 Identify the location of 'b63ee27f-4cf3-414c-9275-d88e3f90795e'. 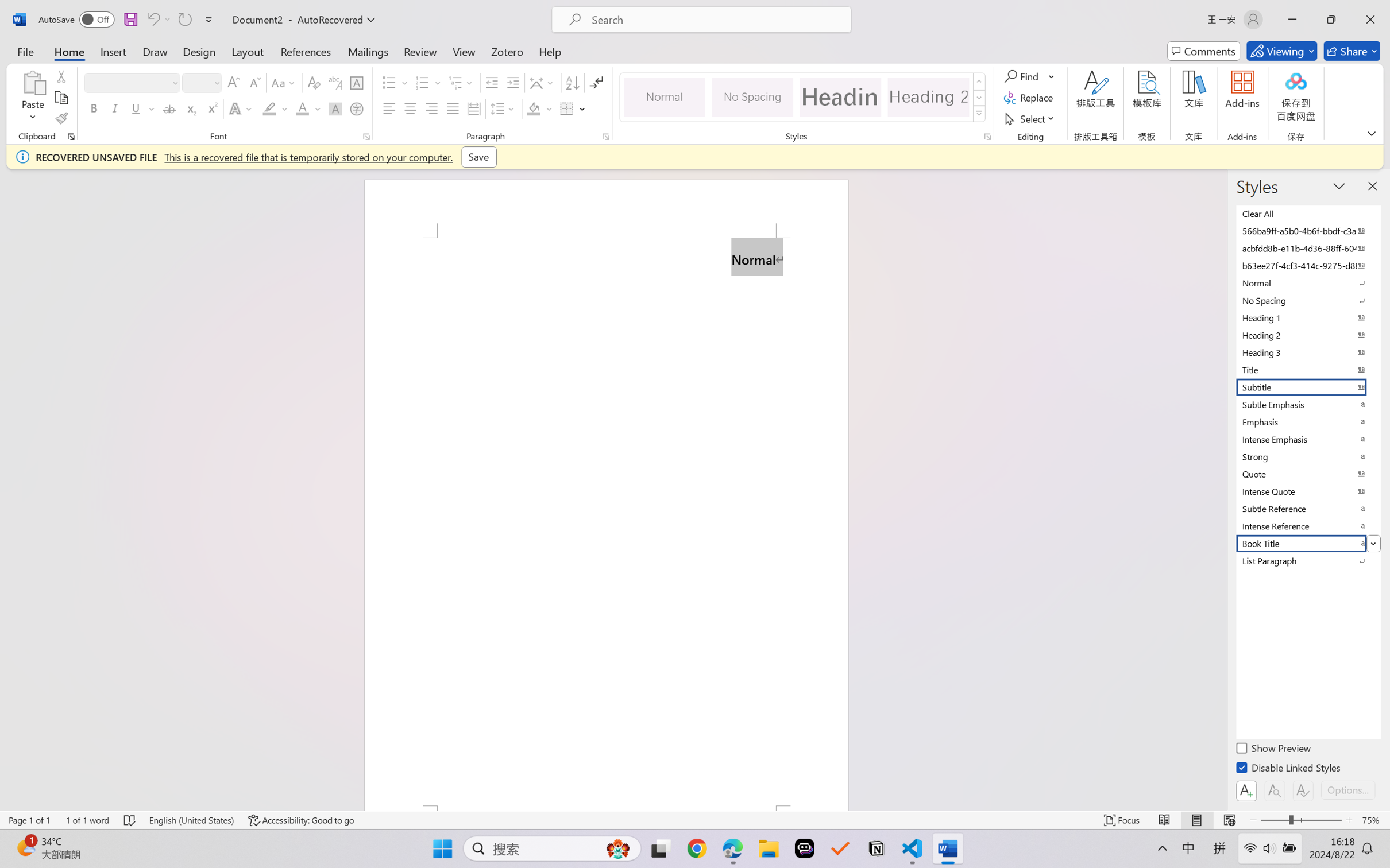
(1307, 265).